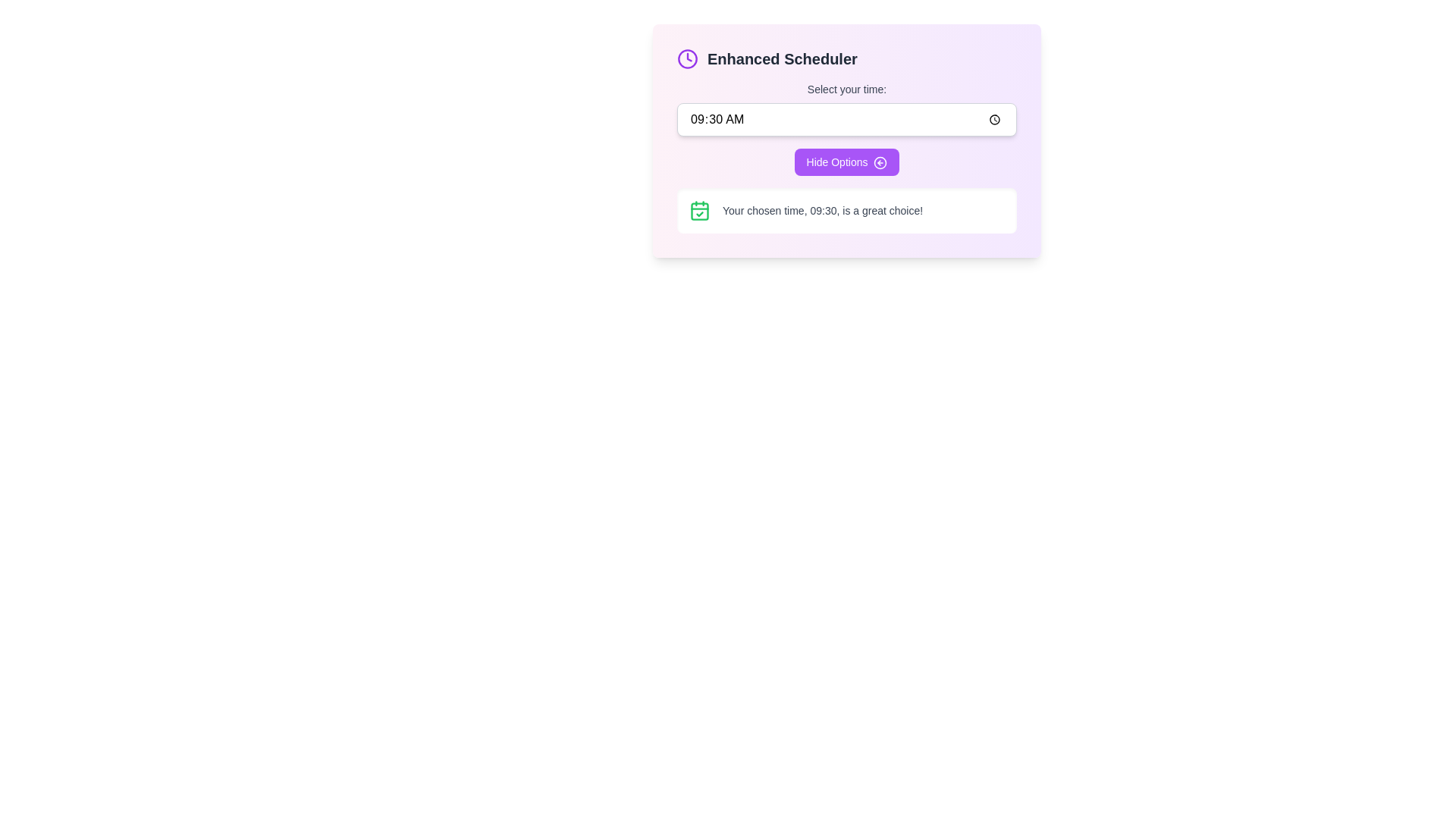 The height and width of the screenshot is (819, 1456). Describe the element at coordinates (846, 108) in the screenshot. I see `the interactive time input field of the Time selection component located below the 'Enhanced Scheduler' header` at that location.